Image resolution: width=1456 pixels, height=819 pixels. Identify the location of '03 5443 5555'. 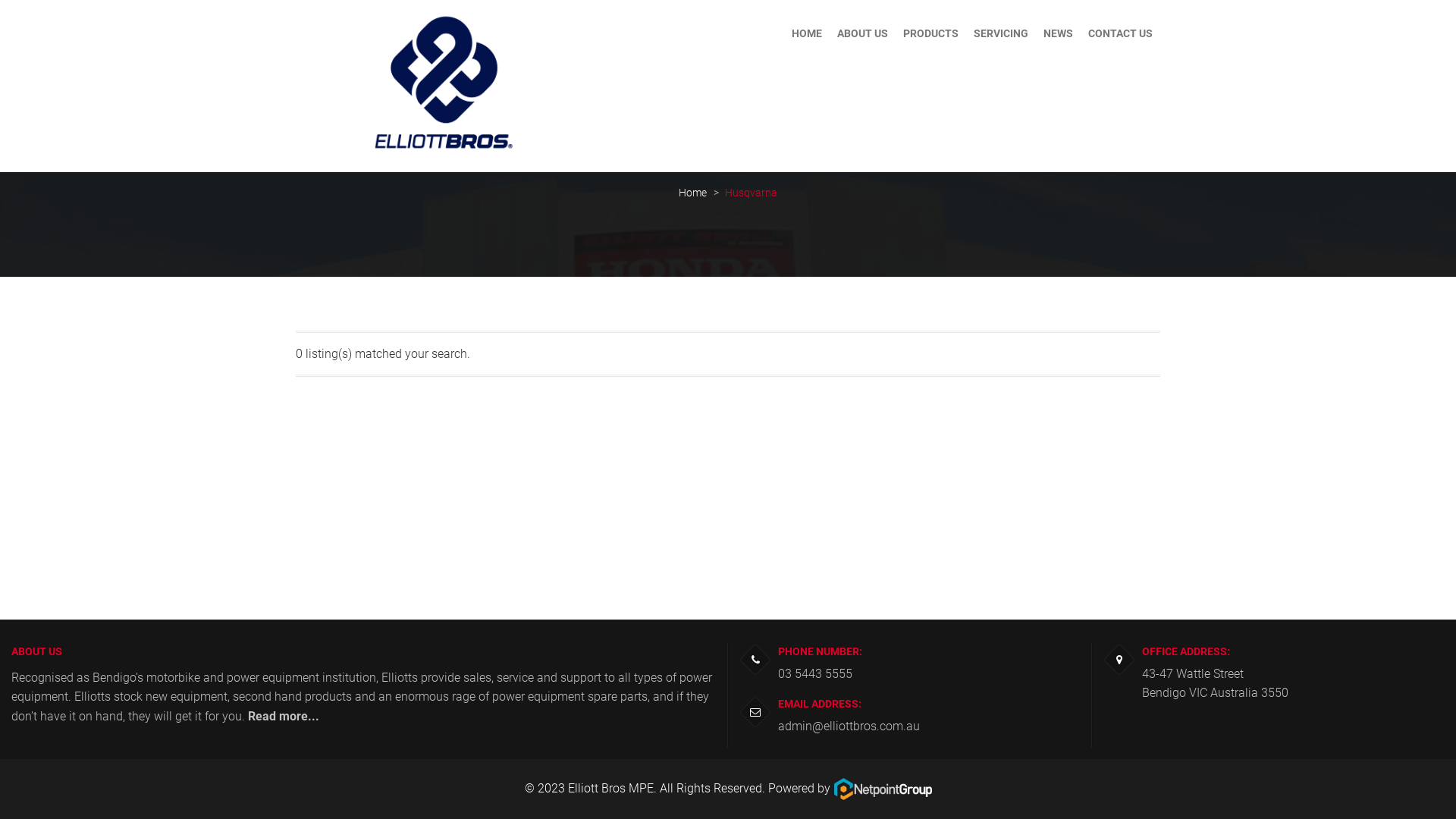
(814, 673).